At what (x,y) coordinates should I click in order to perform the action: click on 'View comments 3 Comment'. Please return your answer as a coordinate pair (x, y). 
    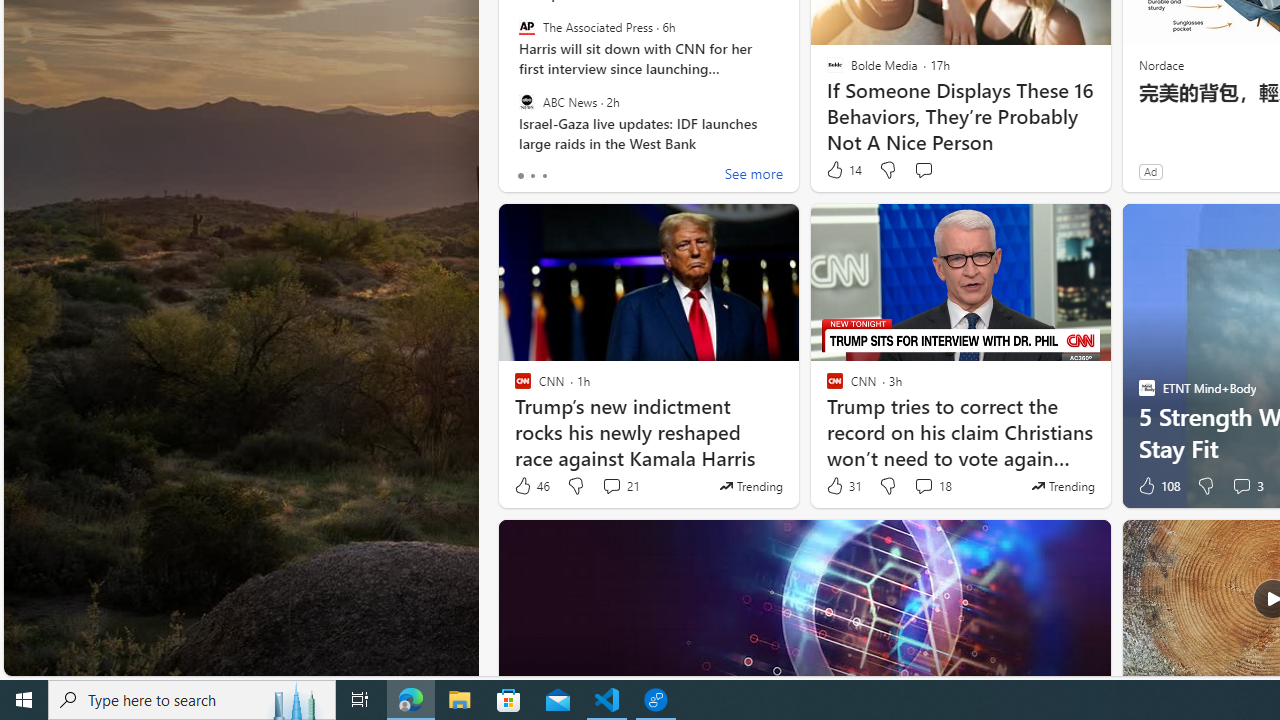
    Looking at the image, I should click on (1246, 486).